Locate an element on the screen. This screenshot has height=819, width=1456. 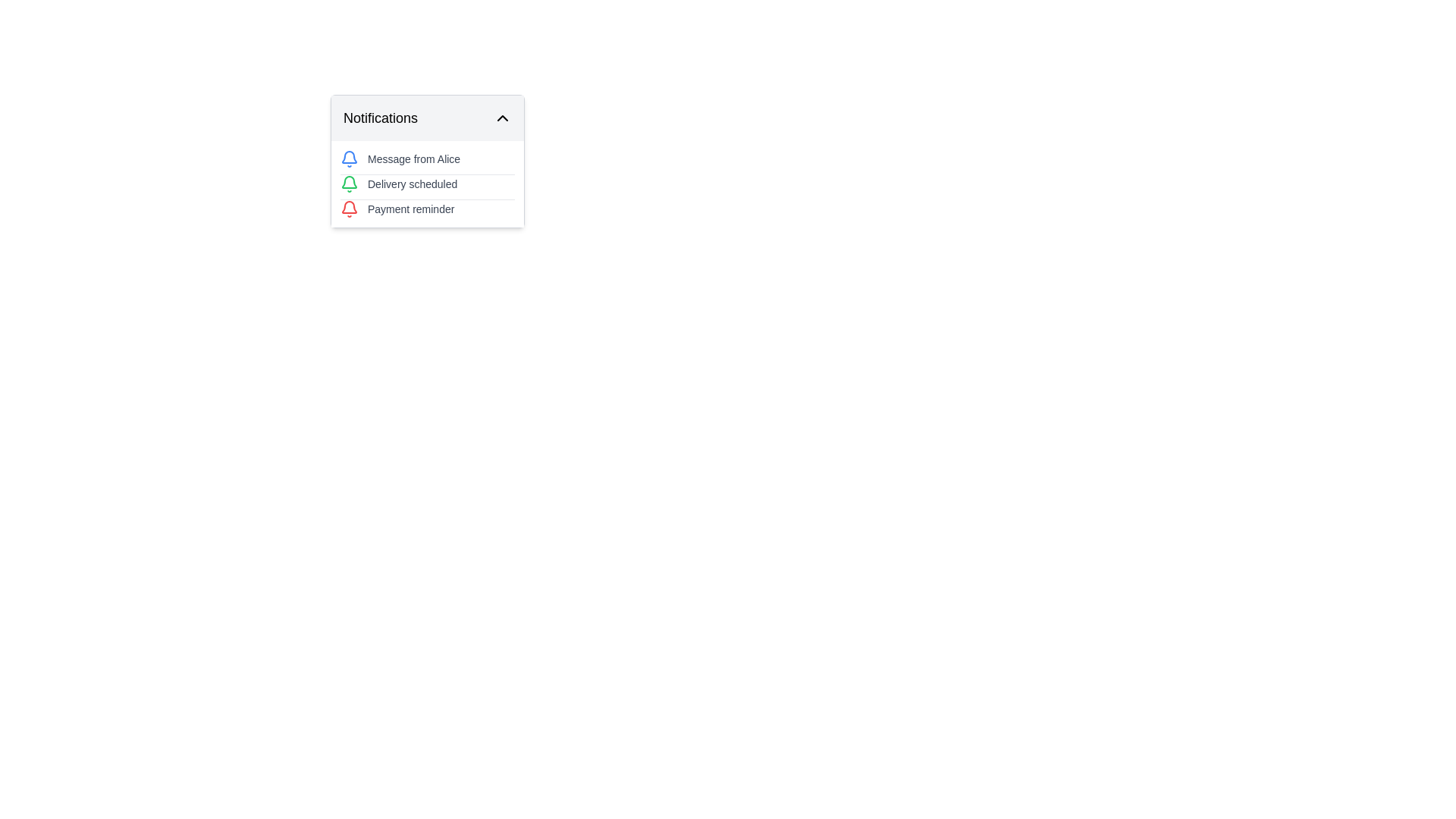
the text label that provides contextual information for the payment reminder, located below the 'Delivery scheduled' notification item in the notification panel is located at coordinates (411, 209).